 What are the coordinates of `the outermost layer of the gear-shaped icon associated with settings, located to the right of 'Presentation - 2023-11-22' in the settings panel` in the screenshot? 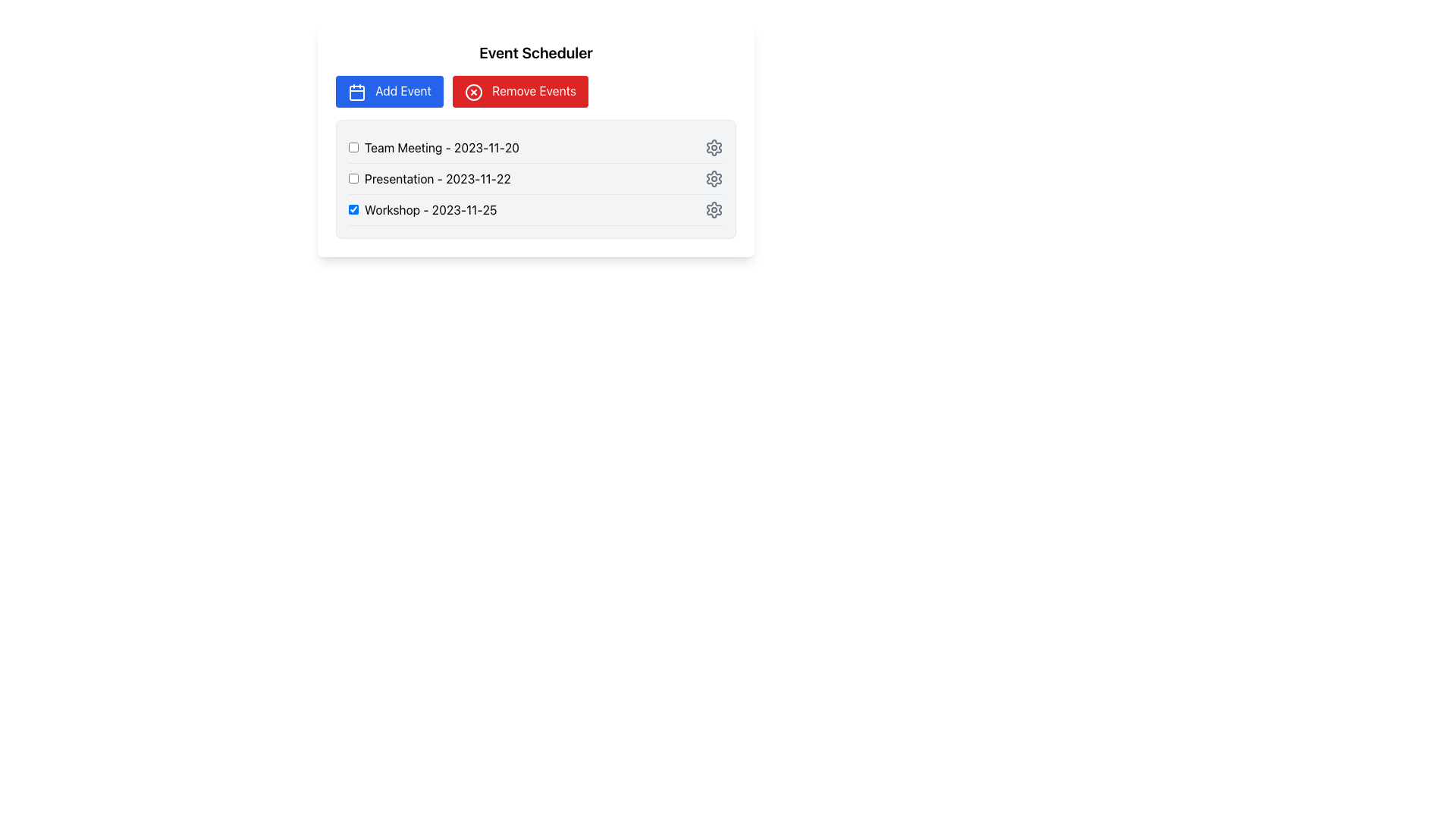 It's located at (713, 177).